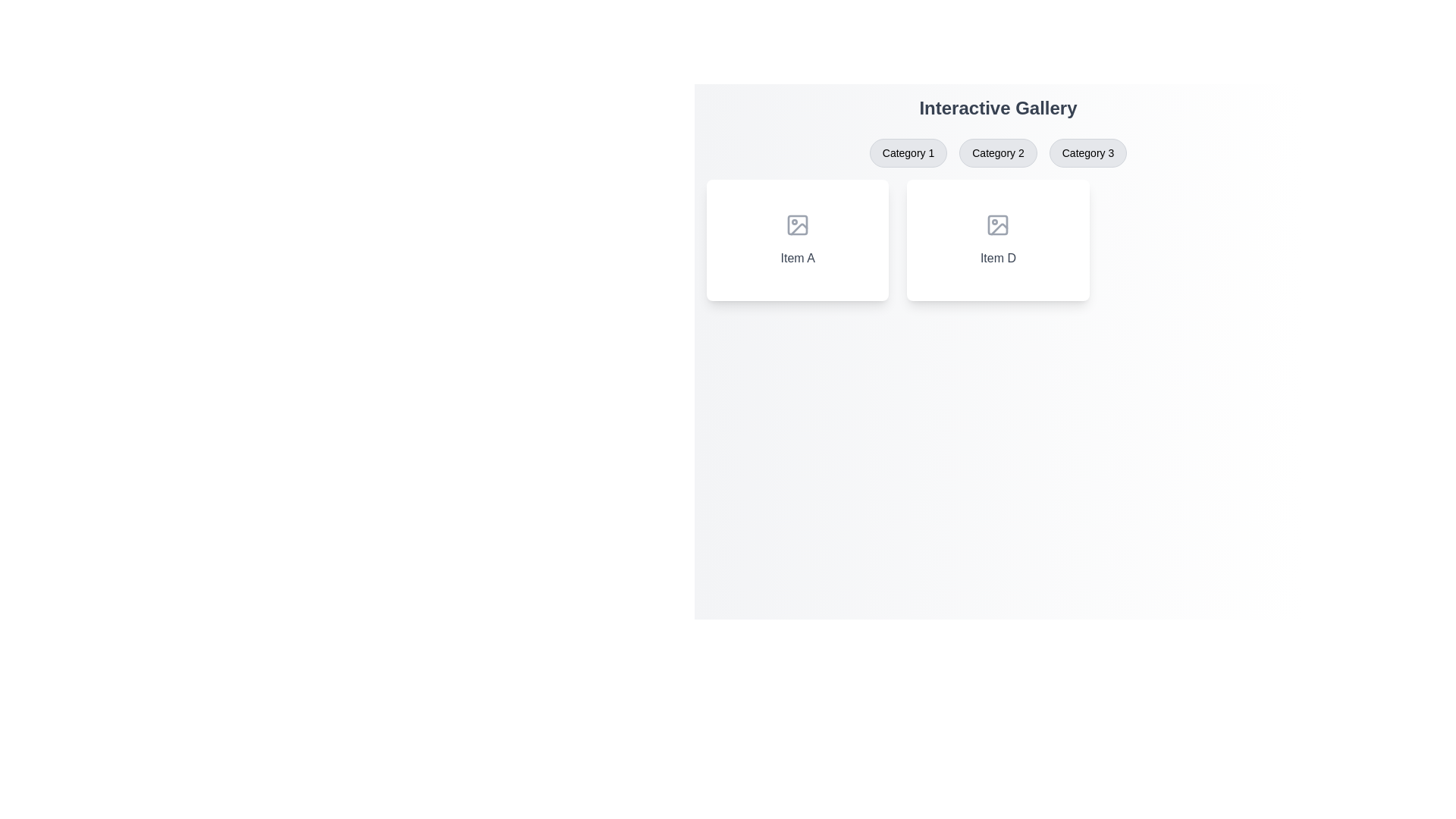 The height and width of the screenshot is (819, 1456). I want to click on the first card in the gallery that displays the text label 'Item A', which is located slightly below the category buttons and to the left of the card labeled 'Item D', so click(797, 239).